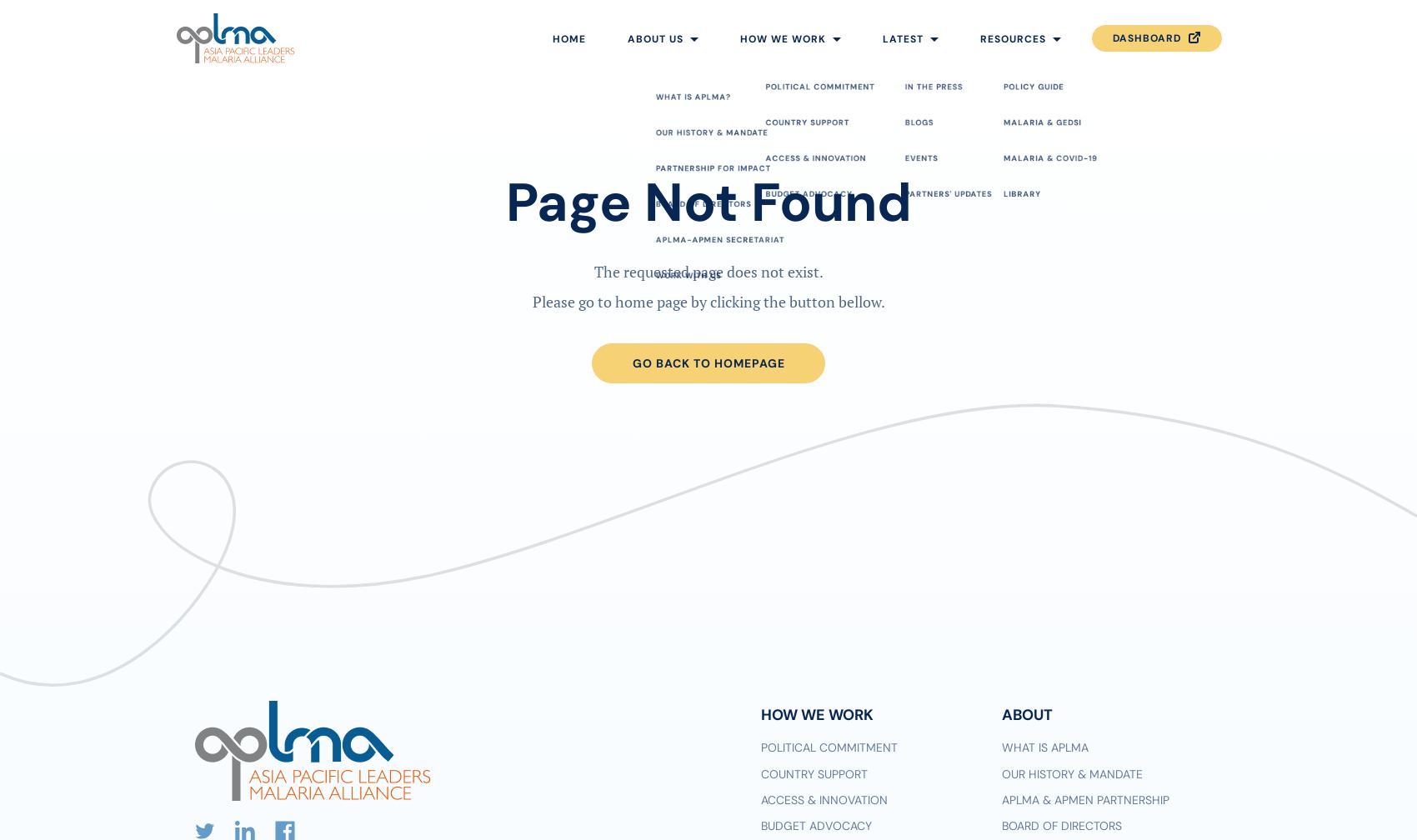  What do you see at coordinates (707, 362) in the screenshot?
I see `'Go back to homepage'` at bounding box center [707, 362].